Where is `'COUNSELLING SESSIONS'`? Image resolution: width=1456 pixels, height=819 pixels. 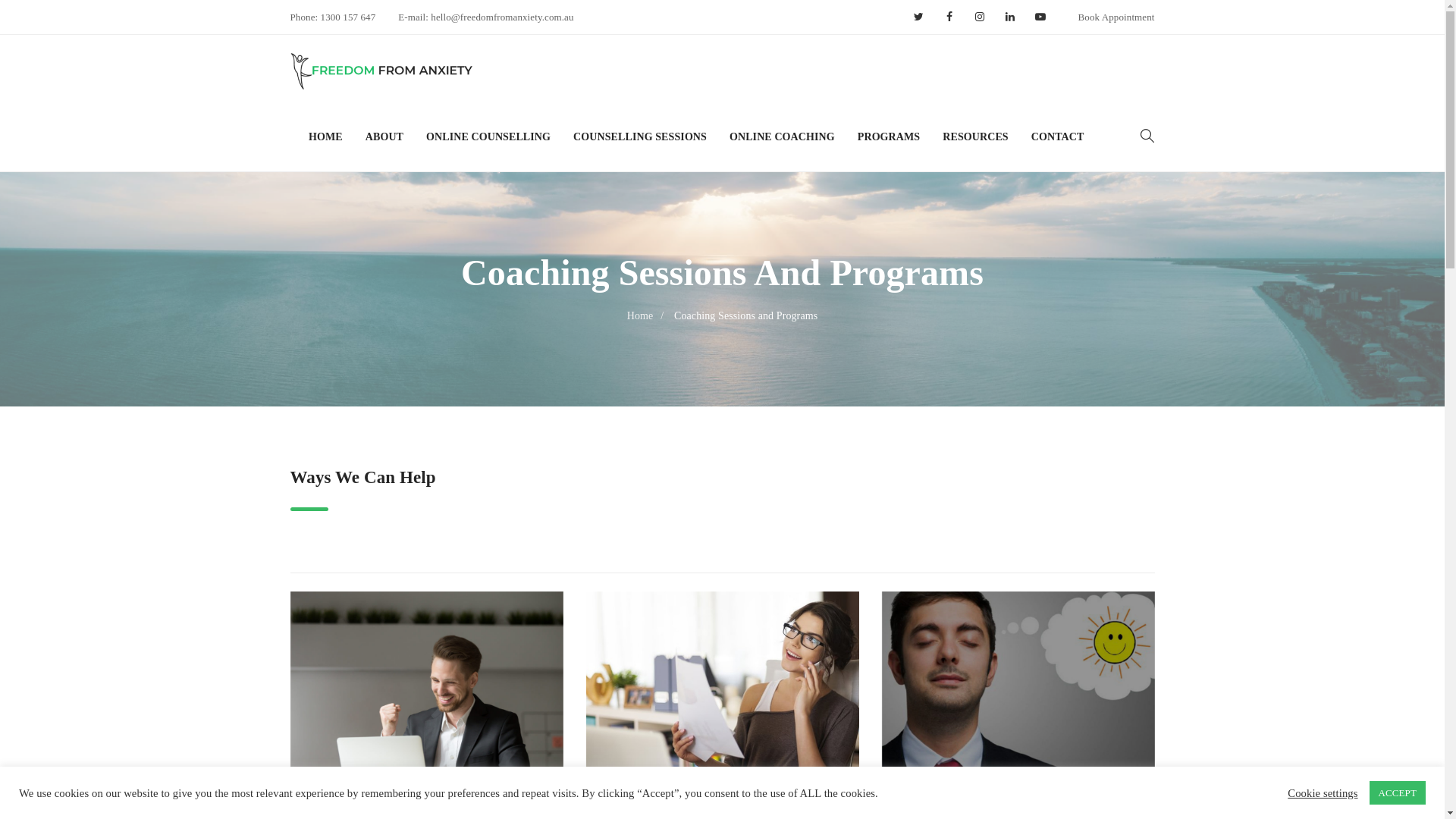 'COUNSELLING SESSIONS' is located at coordinates (640, 137).